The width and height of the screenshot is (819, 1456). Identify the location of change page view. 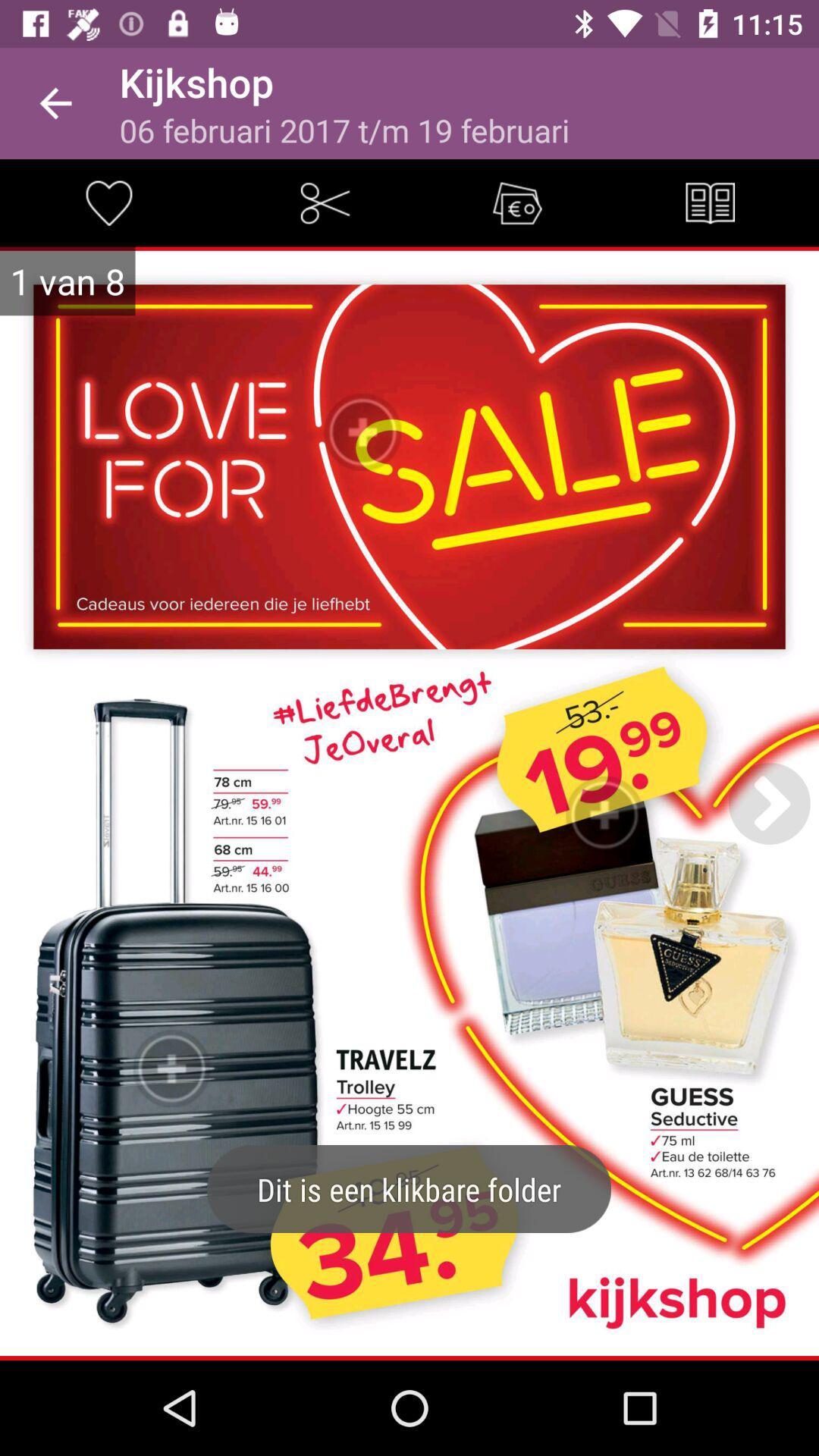
(710, 202).